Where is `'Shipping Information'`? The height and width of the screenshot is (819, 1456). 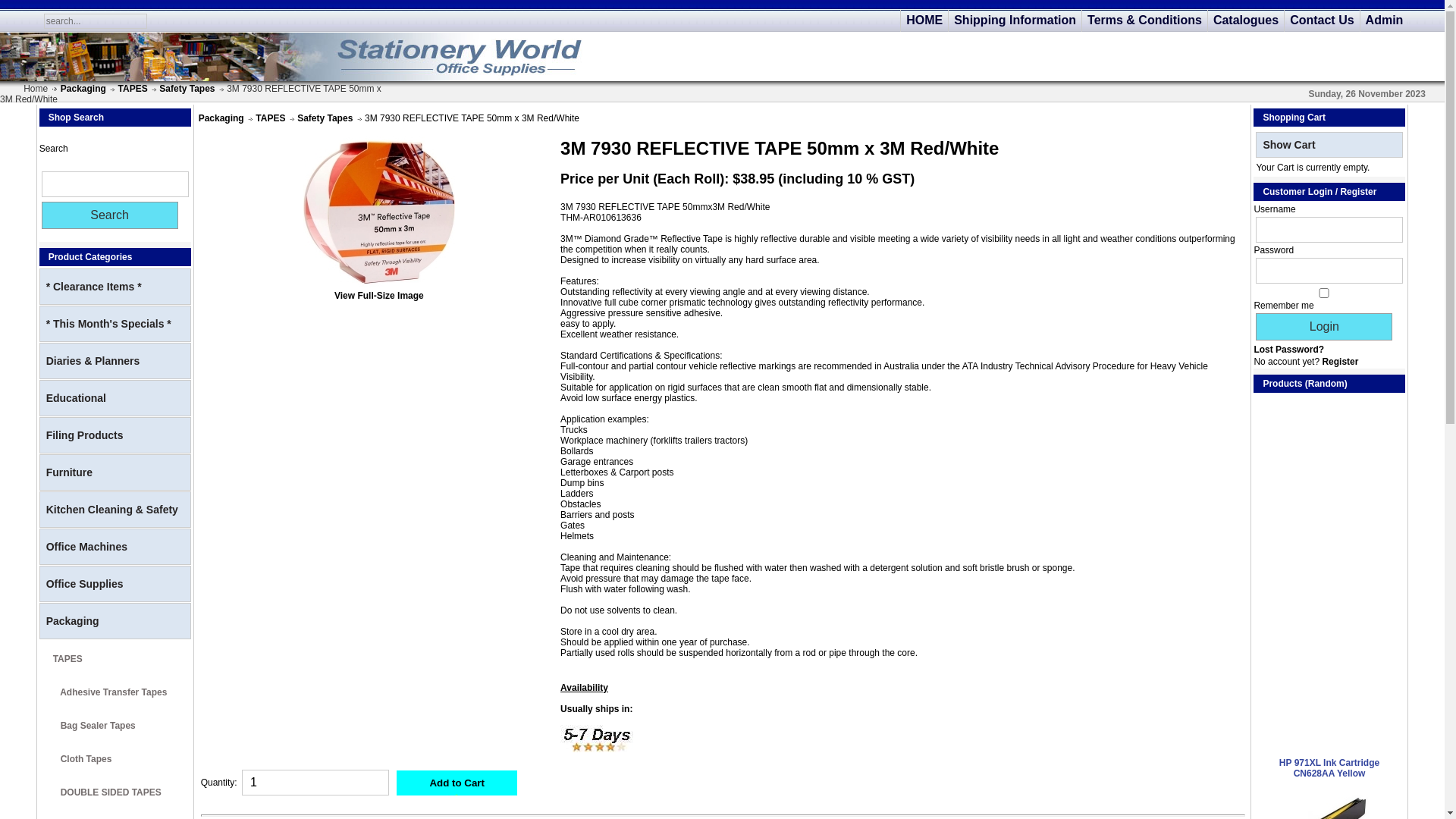
'Shipping Information' is located at coordinates (949, 20).